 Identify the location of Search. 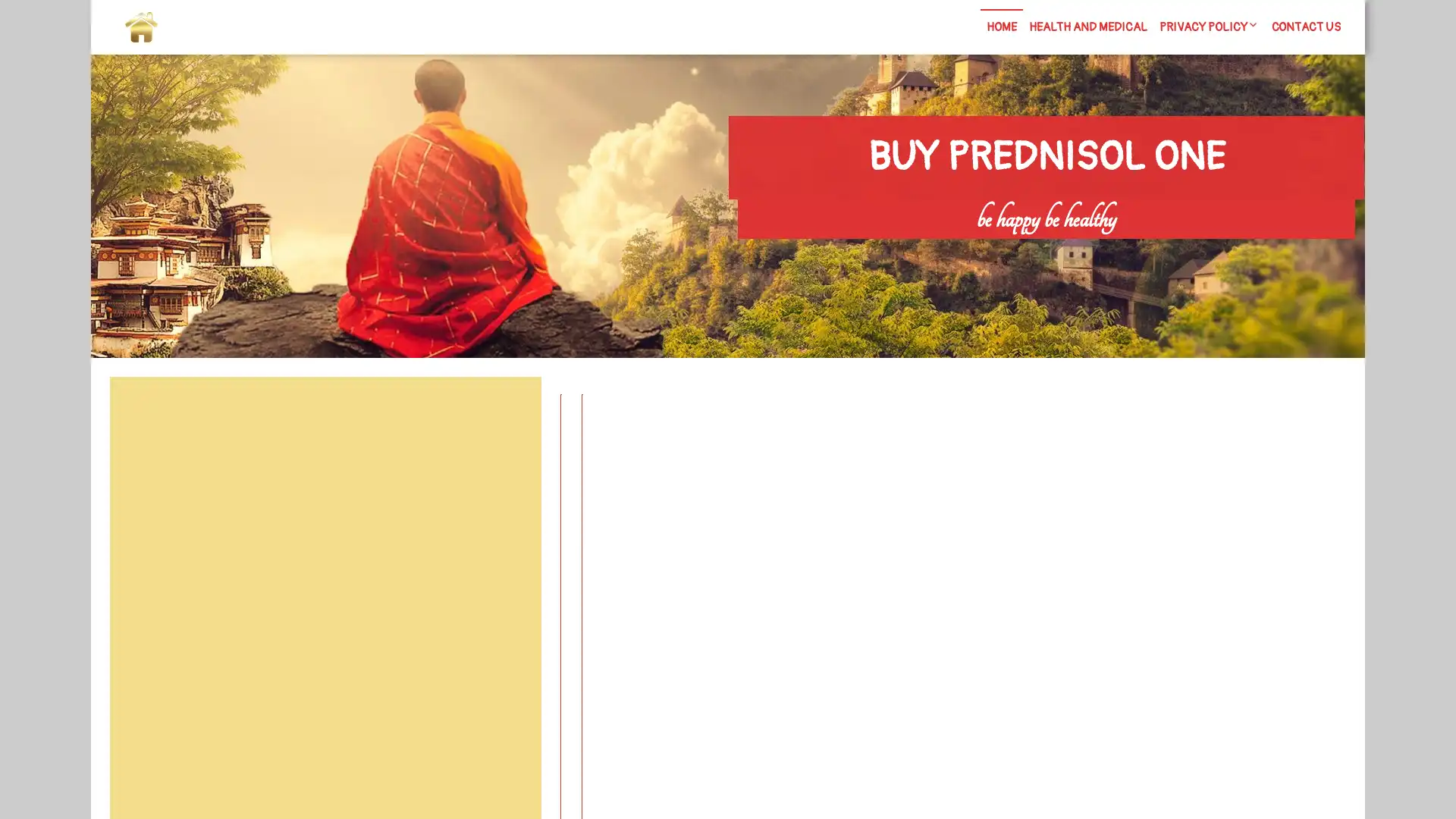
(506, 413).